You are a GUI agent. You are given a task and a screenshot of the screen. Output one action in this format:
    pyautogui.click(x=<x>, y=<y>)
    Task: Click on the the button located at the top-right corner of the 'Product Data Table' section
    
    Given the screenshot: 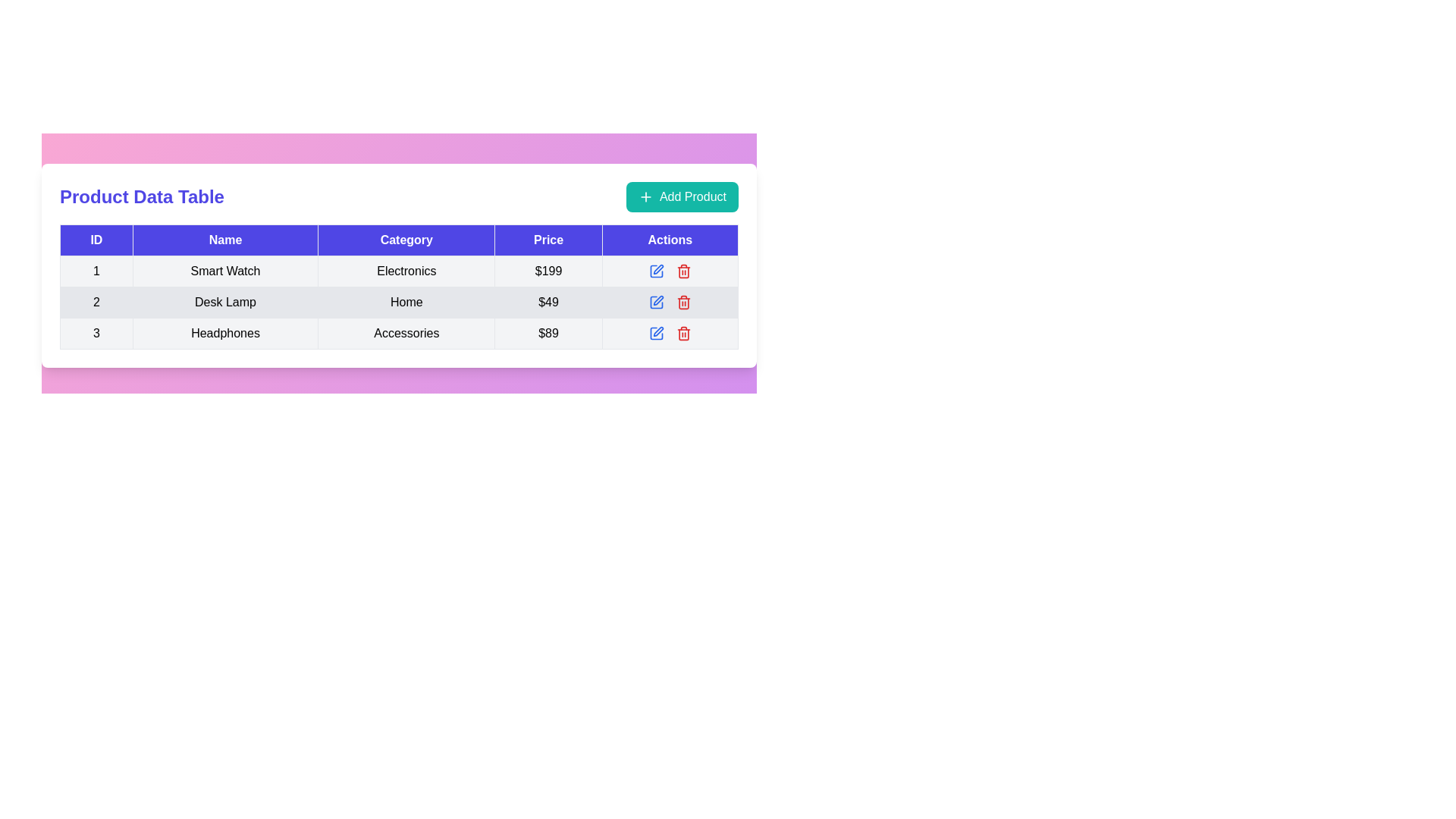 What is the action you would take?
    pyautogui.click(x=680, y=196)
    